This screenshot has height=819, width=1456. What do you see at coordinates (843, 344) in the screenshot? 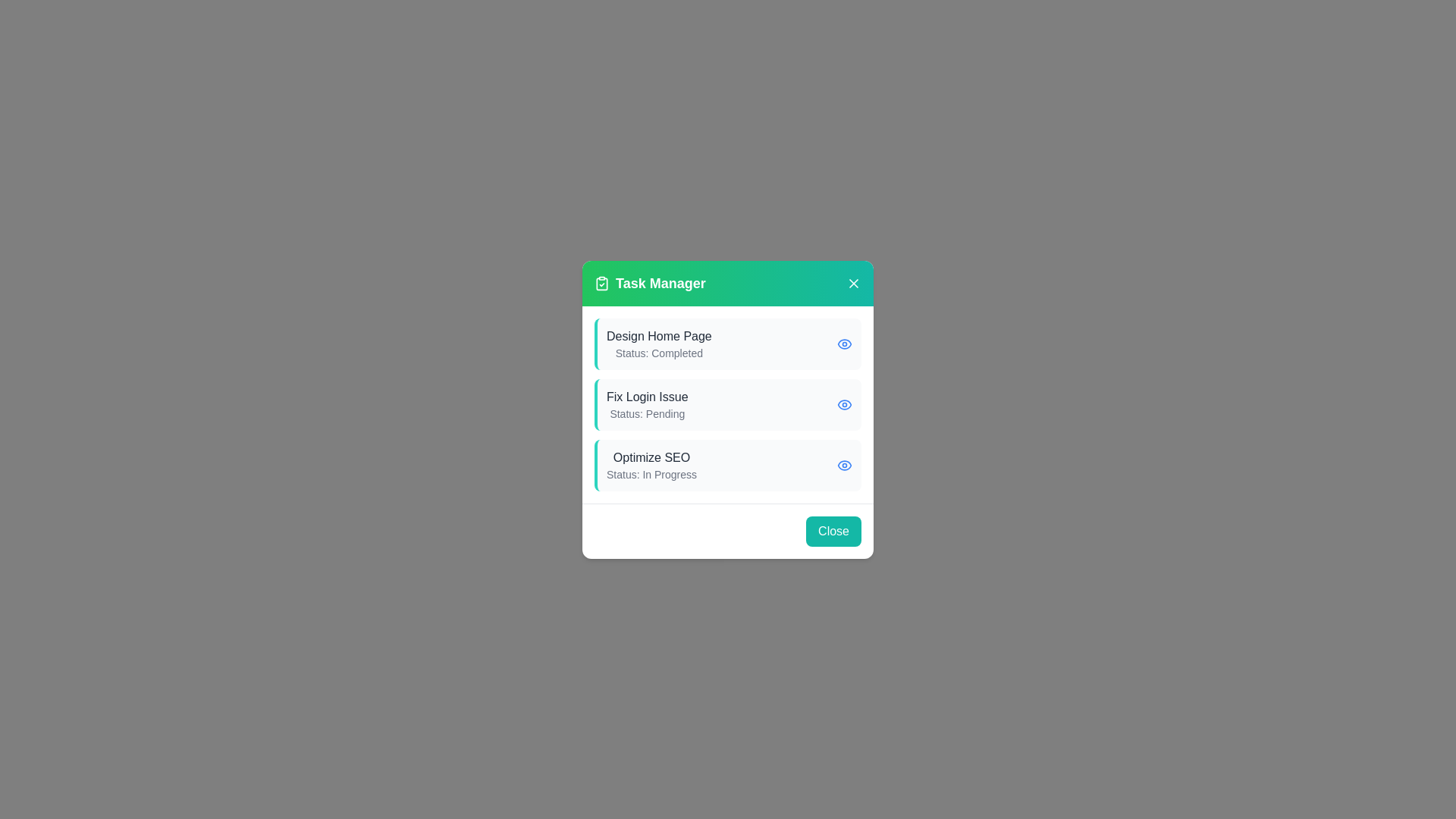
I see `the eye icon button located on the right side of the row titled 'Design Home Page'` at bounding box center [843, 344].